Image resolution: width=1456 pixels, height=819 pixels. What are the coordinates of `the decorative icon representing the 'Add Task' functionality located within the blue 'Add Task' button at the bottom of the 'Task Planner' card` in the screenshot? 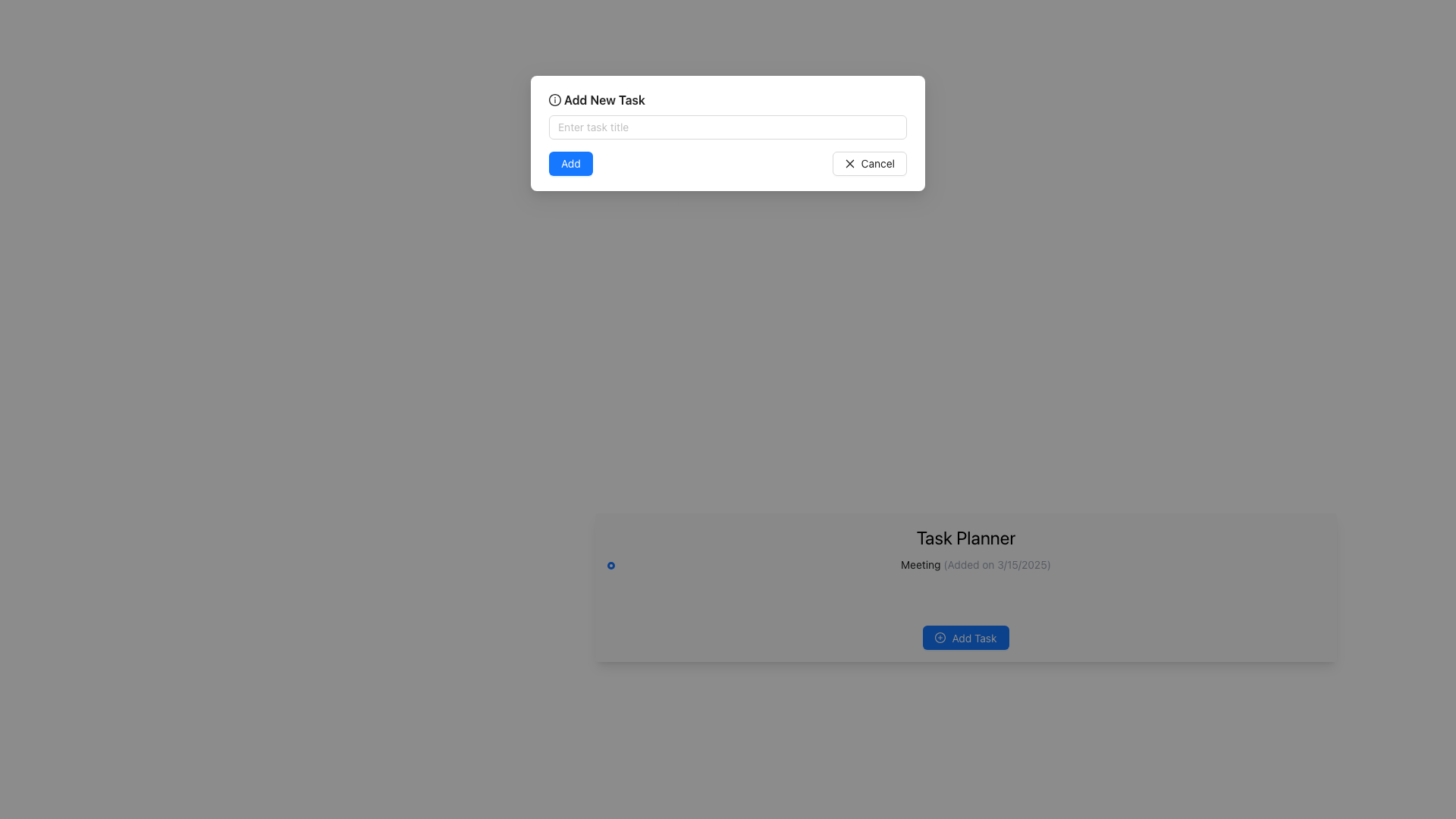 It's located at (940, 638).